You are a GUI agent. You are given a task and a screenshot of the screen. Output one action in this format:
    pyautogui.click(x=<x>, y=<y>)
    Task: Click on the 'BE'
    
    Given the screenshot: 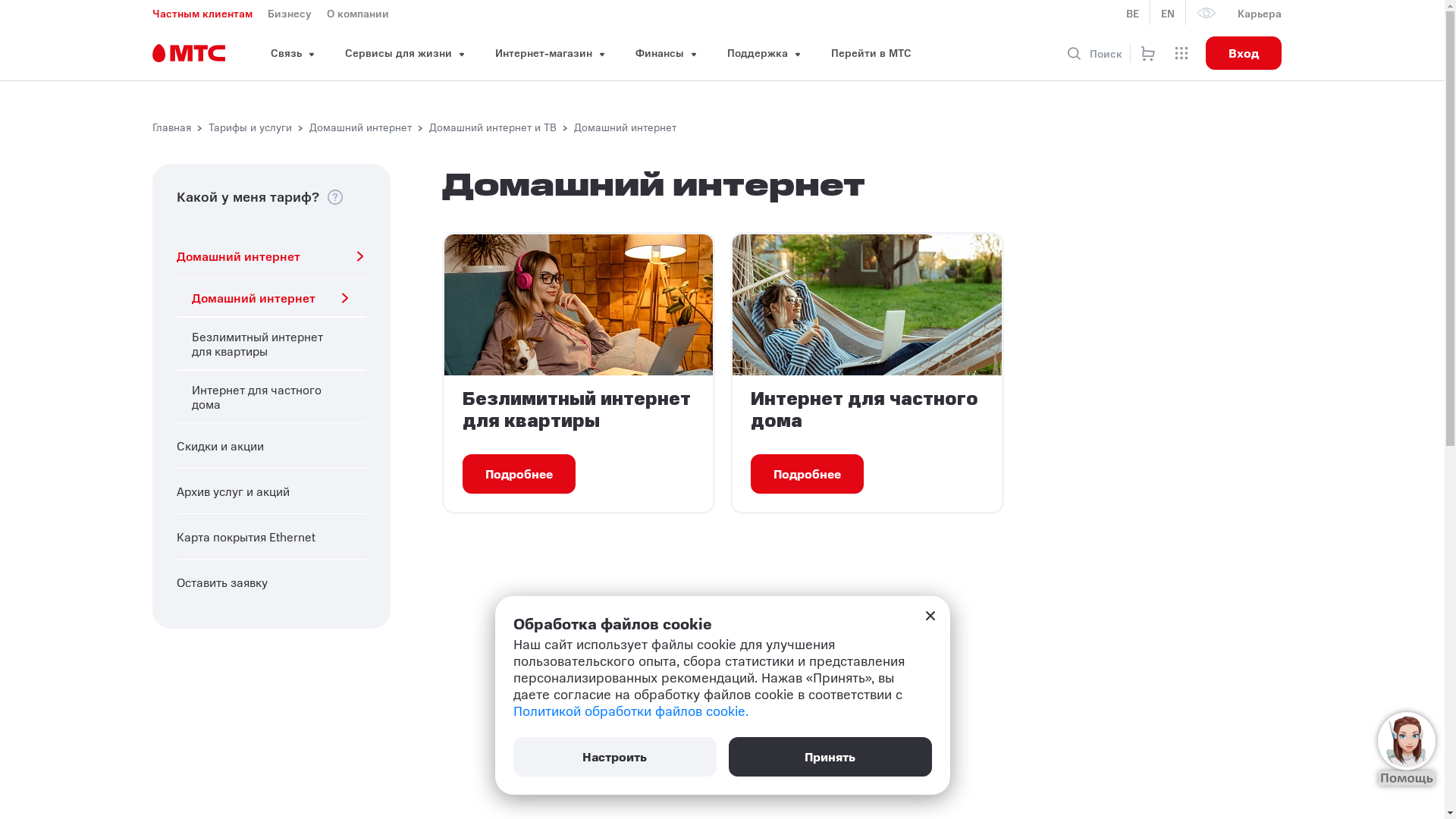 What is the action you would take?
    pyautogui.click(x=1132, y=12)
    